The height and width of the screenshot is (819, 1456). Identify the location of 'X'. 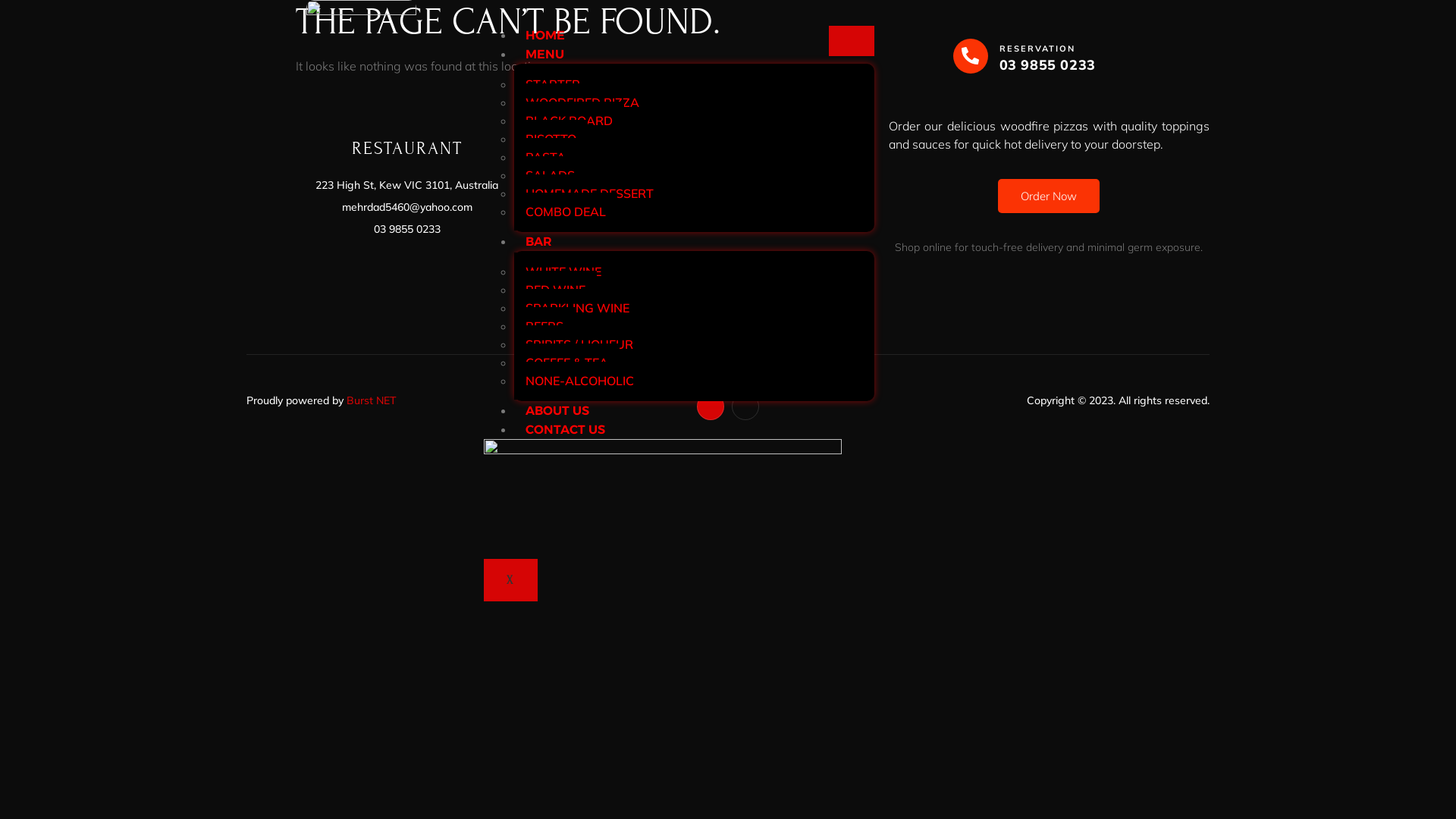
(510, 579).